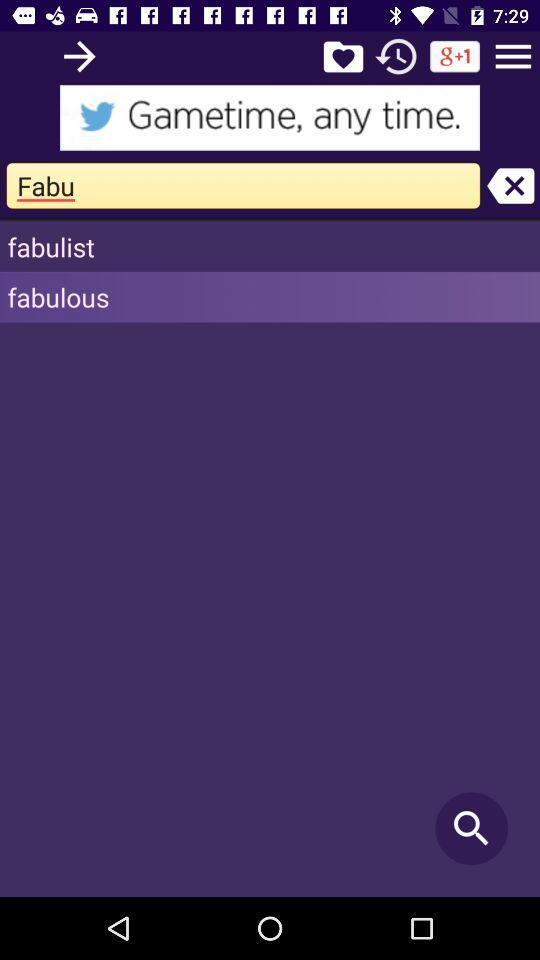  Describe the element at coordinates (510, 185) in the screenshot. I see `clear the text in search` at that location.